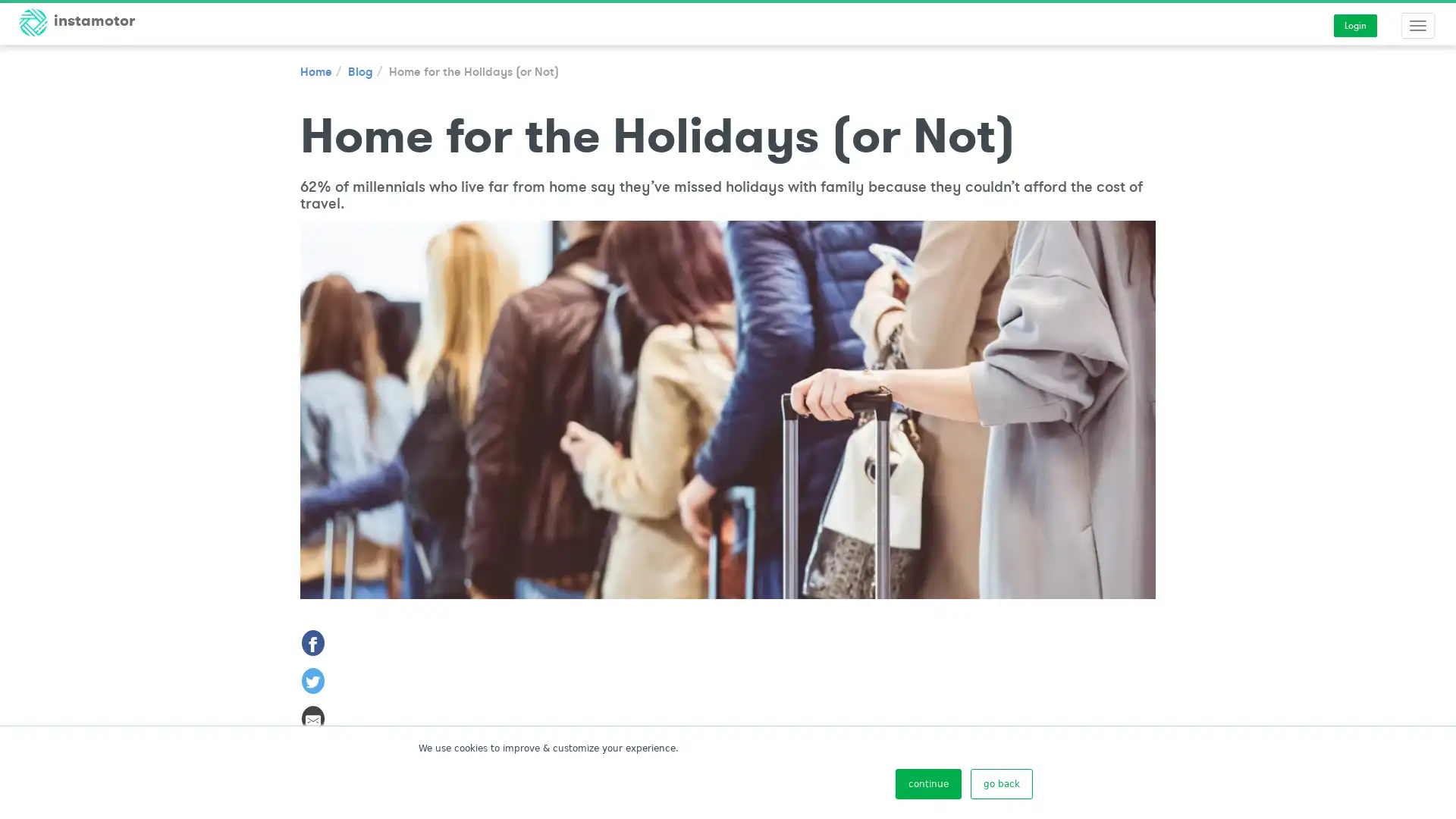 The image size is (1456, 819). Describe the element at coordinates (927, 783) in the screenshot. I see `continue` at that location.